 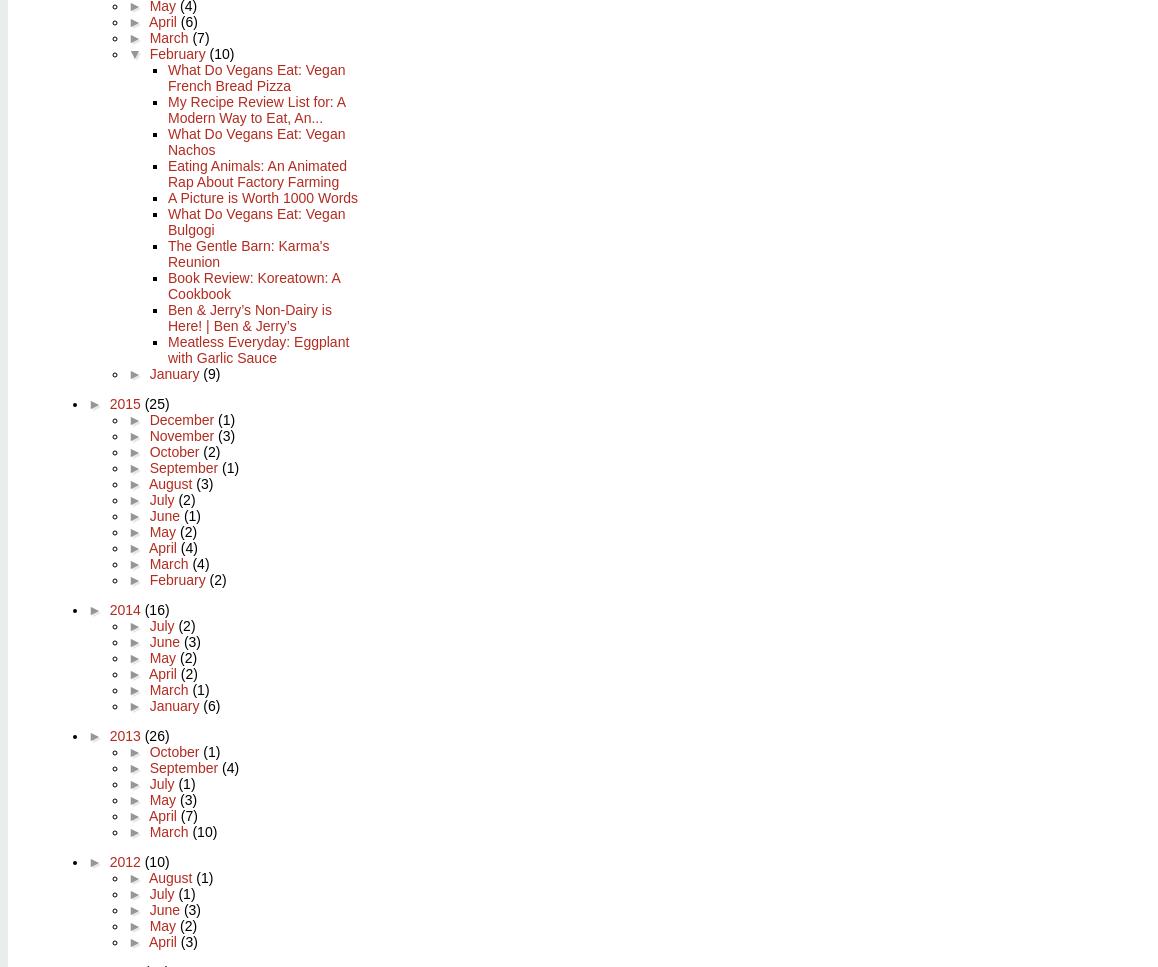 What do you see at coordinates (255, 76) in the screenshot?
I see `'What Do Vegans Eat:  Vegan French Bread Pizza'` at bounding box center [255, 76].